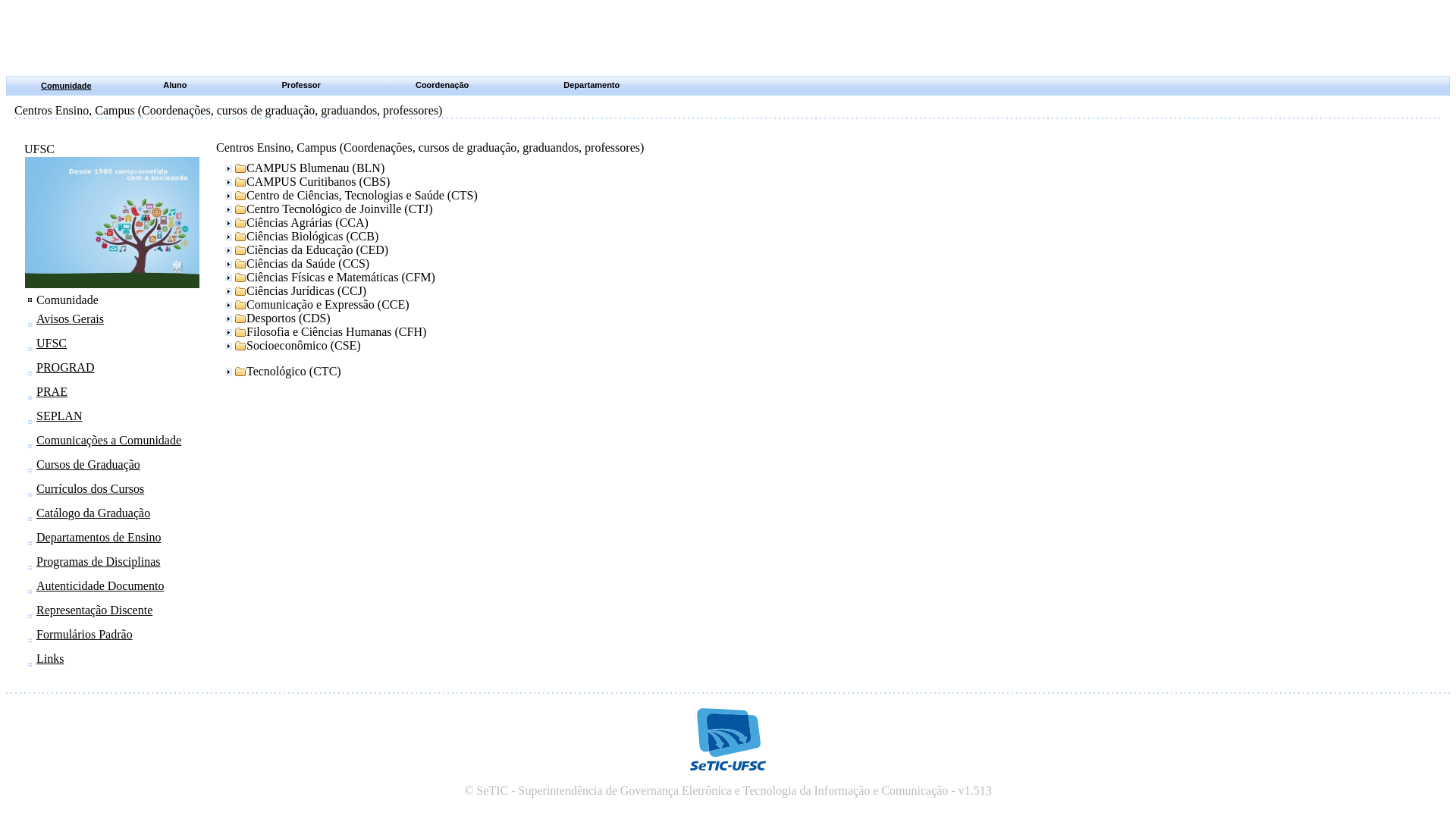  What do you see at coordinates (36, 343) in the screenshot?
I see `'UFSC'` at bounding box center [36, 343].